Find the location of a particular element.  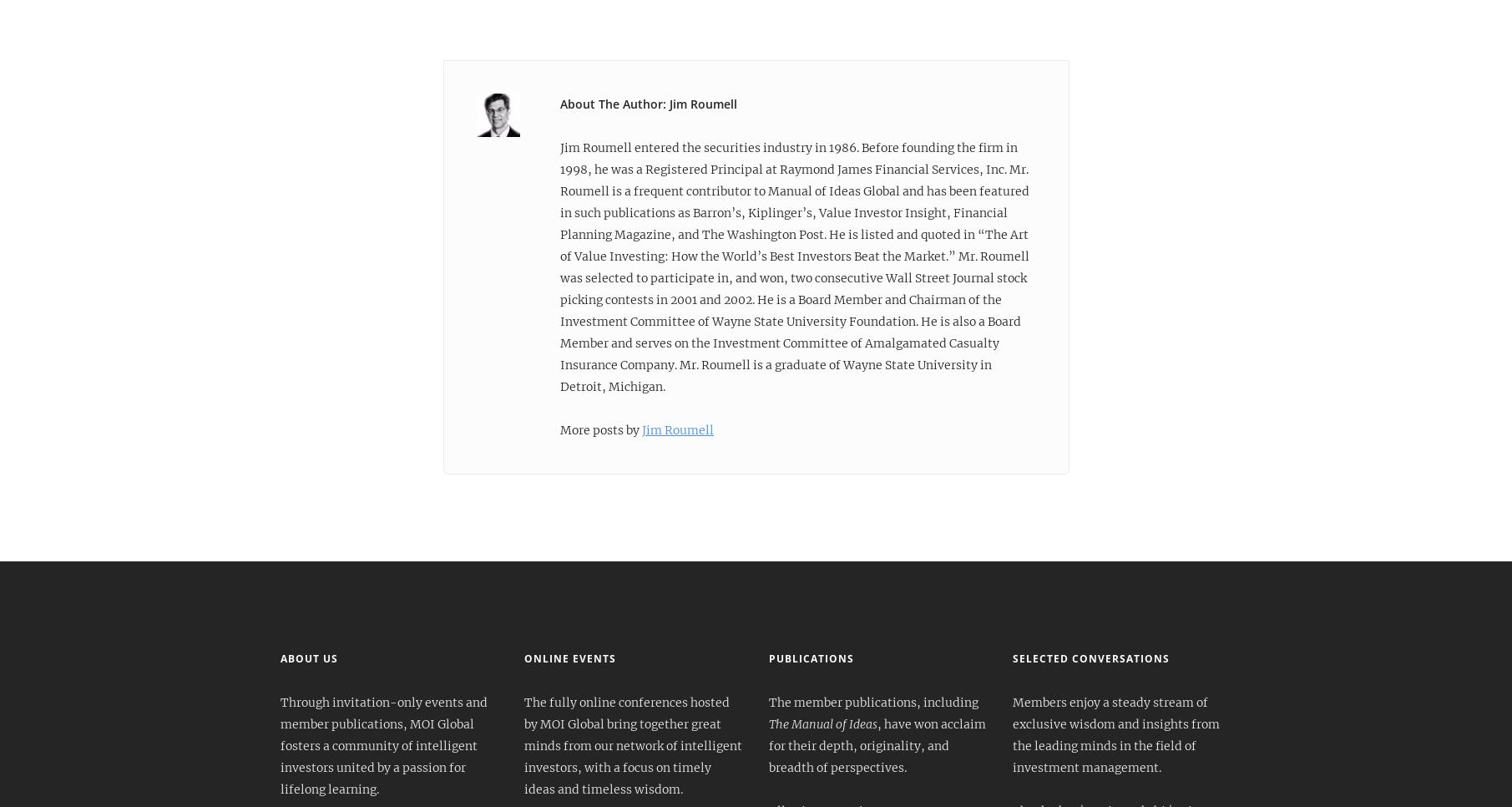

'About The Author: Jim Roumell' is located at coordinates (647, 104).